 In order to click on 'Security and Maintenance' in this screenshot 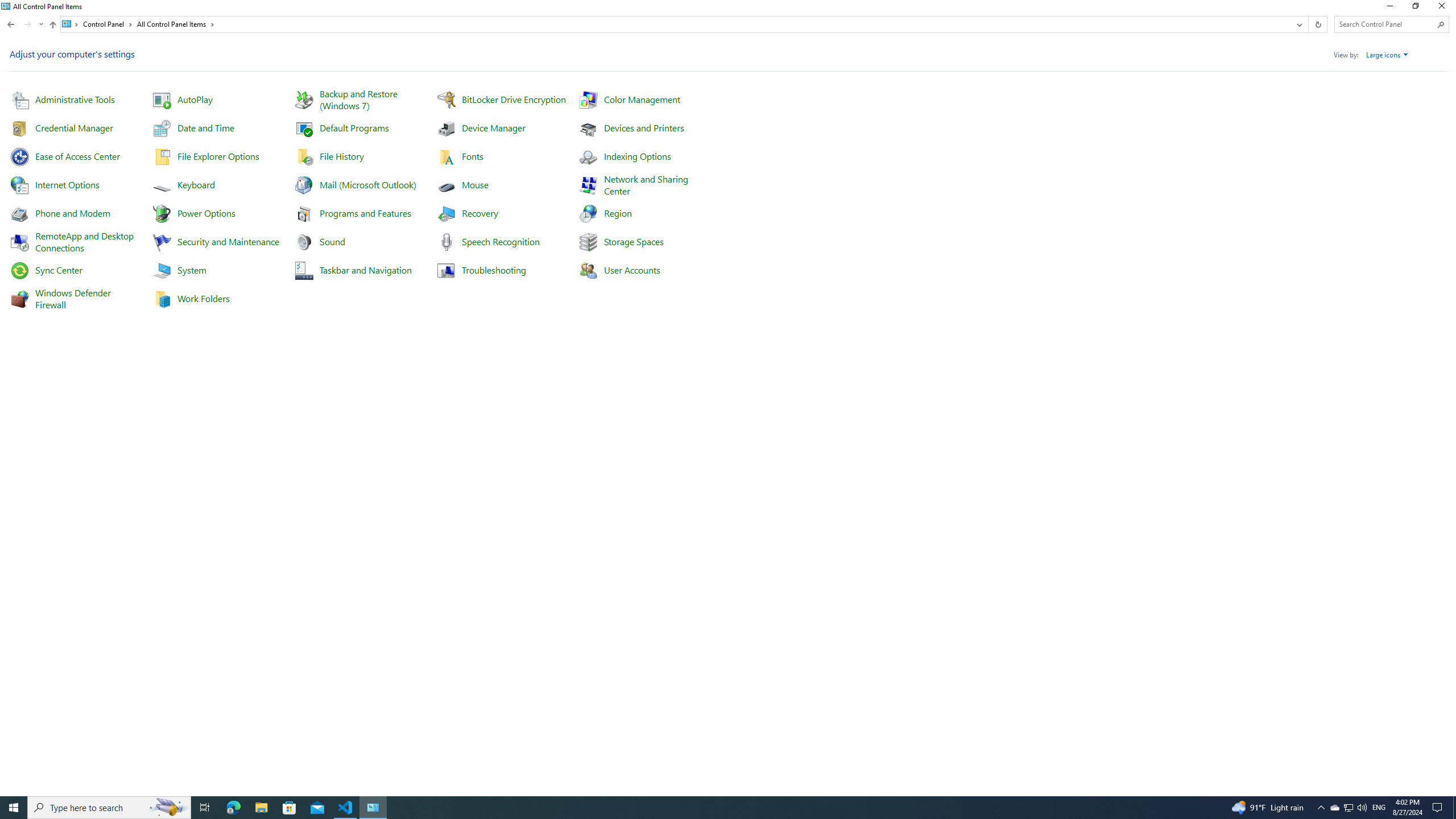, I will do `click(227, 241)`.